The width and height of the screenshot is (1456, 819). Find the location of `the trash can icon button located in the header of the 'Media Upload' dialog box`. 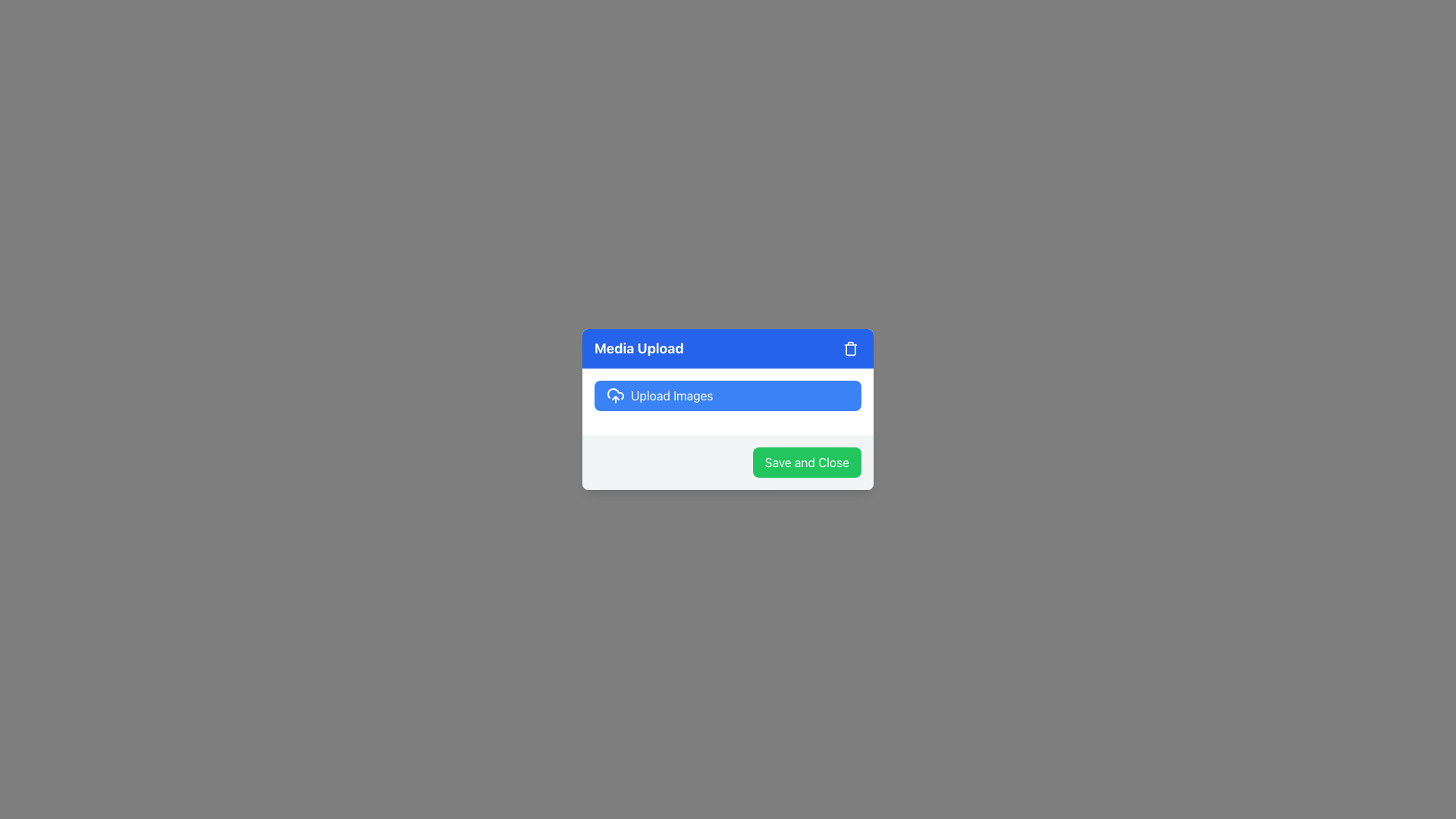

the trash can icon button located in the header of the 'Media Upload' dialog box is located at coordinates (851, 348).